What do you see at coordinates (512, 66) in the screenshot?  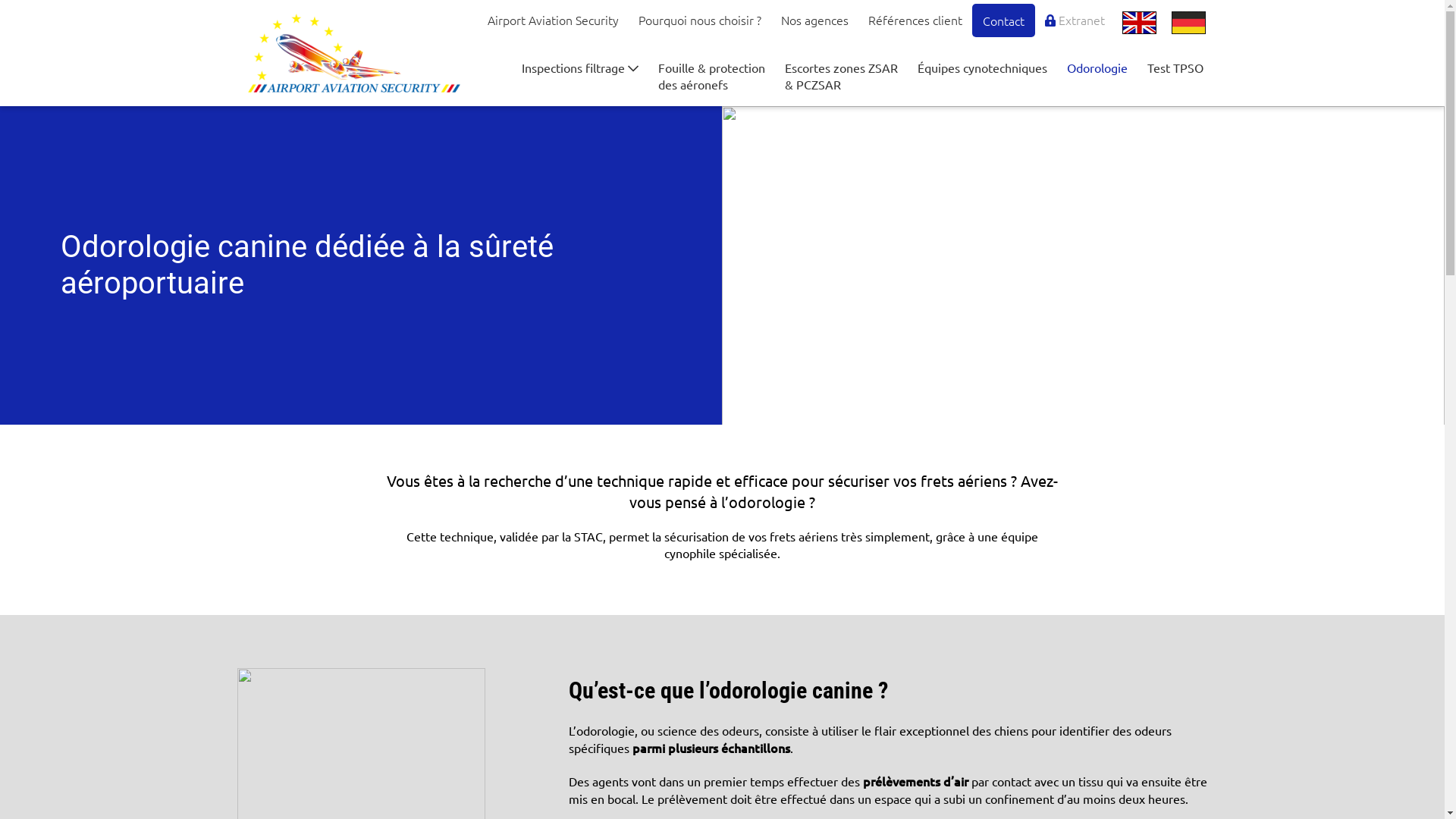 I see `'Inspections filtrage'` at bounding box center [512, 66].